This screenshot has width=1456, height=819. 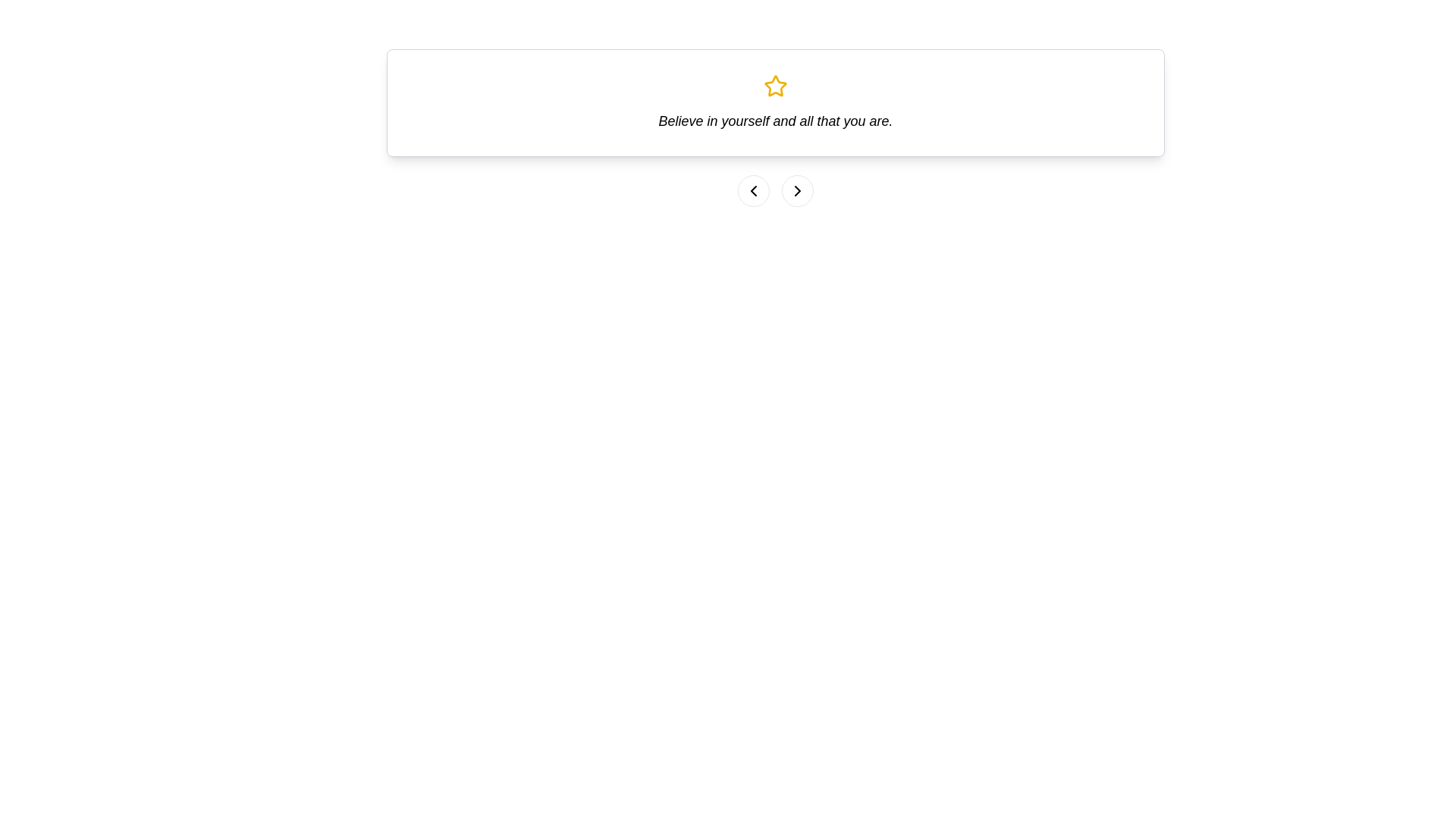 What do you see at coordinates (753, 190) in the screenshot?
I see `the navigation button that allows users to move to the previous item or section in a sequence` at bounding box center [753, 190].